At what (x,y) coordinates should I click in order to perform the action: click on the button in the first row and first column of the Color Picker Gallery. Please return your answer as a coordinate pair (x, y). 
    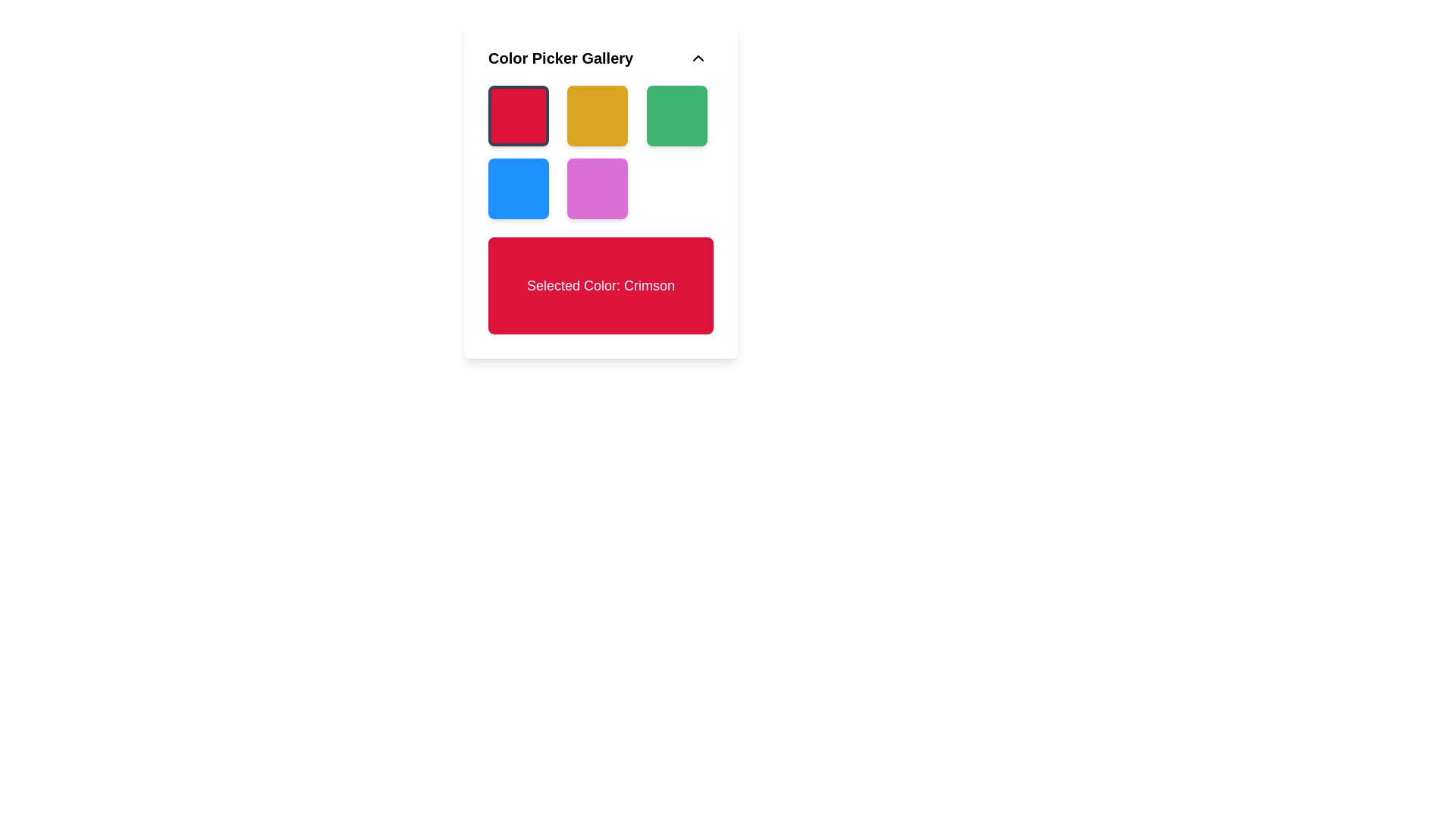
    Looking at the image, I should click on (519, 115).